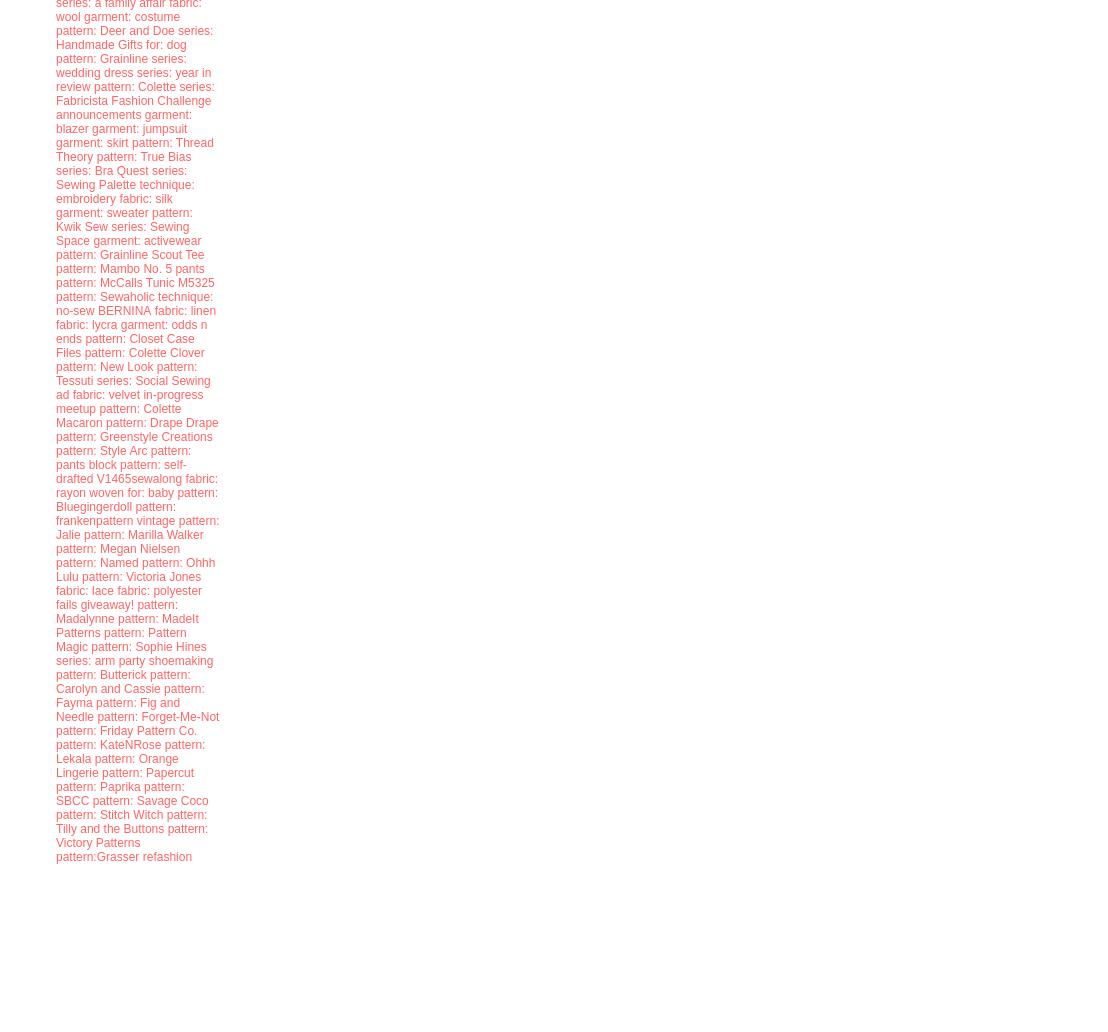 Image resolution: width=1108 pixels, height=1032 pixels. I want to click on 'in-progress', so click(171, 393).